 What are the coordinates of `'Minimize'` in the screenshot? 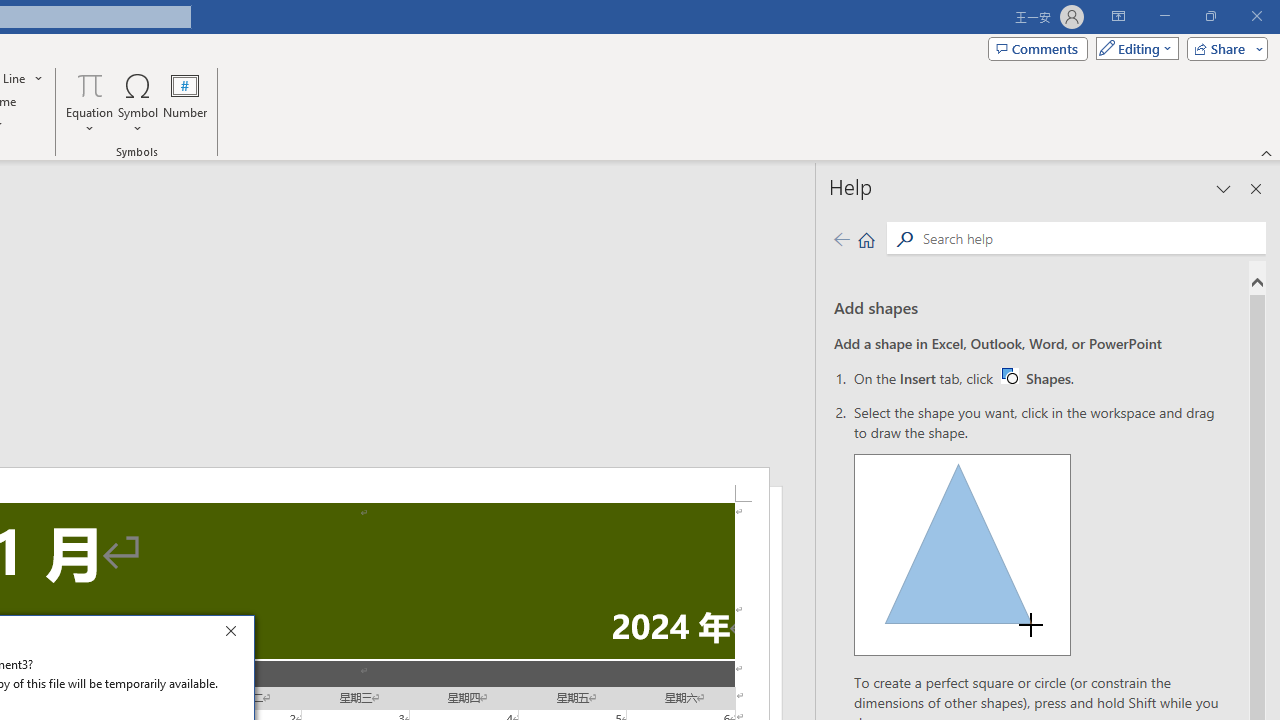 It's located at (1164, 16).